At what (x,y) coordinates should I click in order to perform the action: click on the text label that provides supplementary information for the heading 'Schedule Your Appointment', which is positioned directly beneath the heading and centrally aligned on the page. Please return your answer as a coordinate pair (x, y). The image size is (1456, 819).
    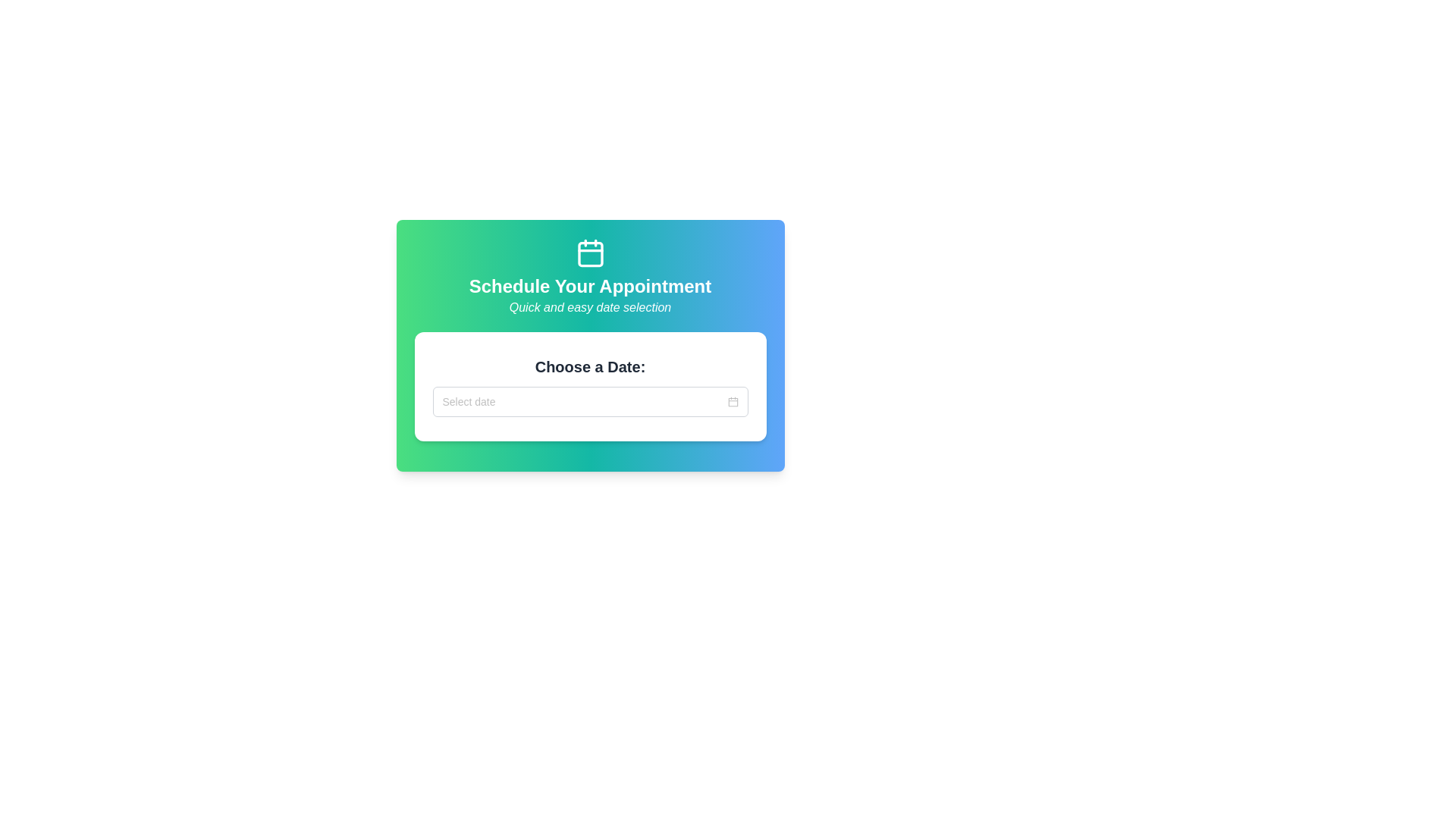
    Looking at the image, I should click on (589, 307).